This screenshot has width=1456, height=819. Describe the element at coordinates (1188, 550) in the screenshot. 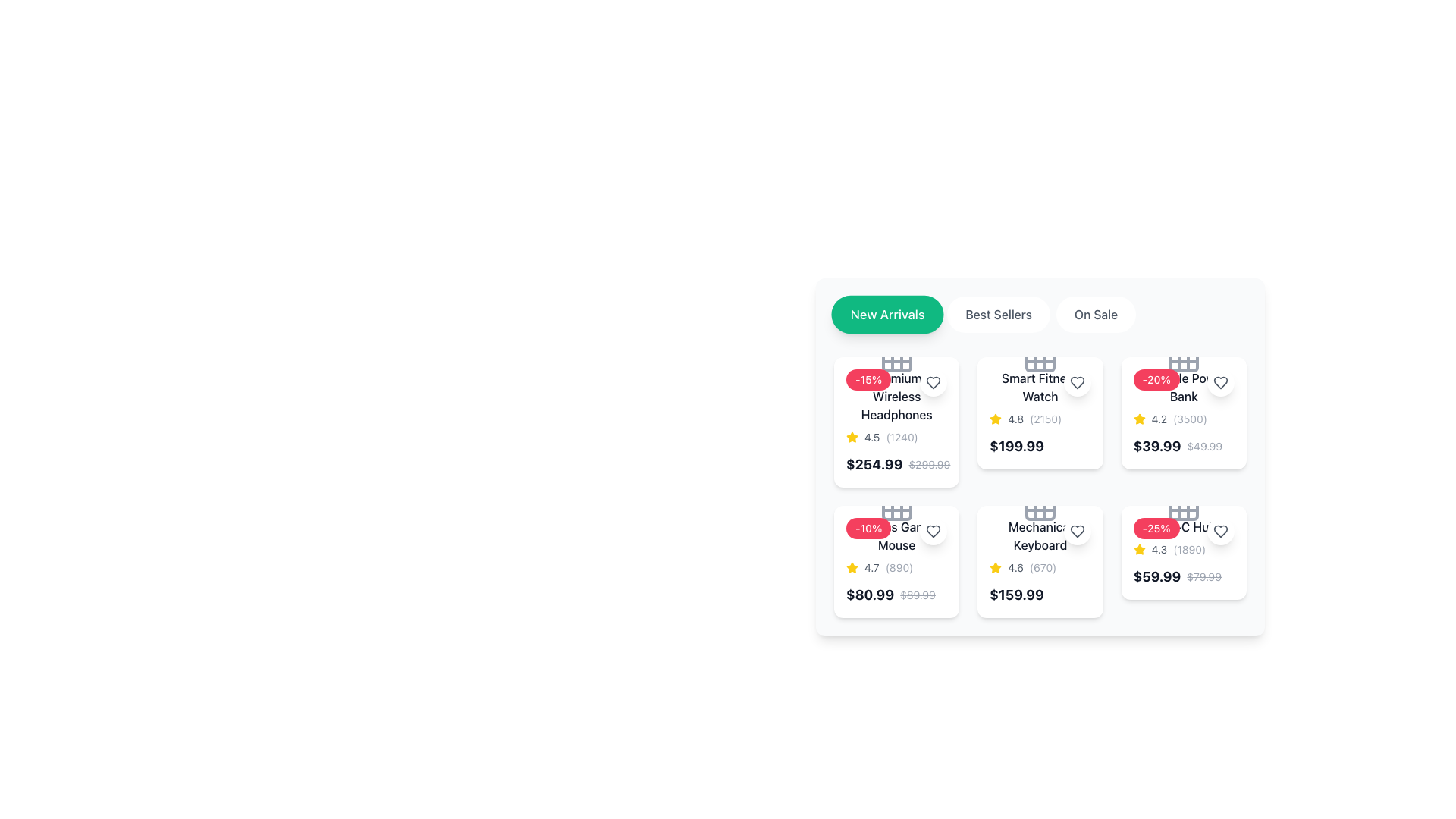

I see `the Text label that conveys the number of reviews or ratings associated with the product, located near the rating value '4.3' in the bottom-right card of the second row in the product grid` at that location.